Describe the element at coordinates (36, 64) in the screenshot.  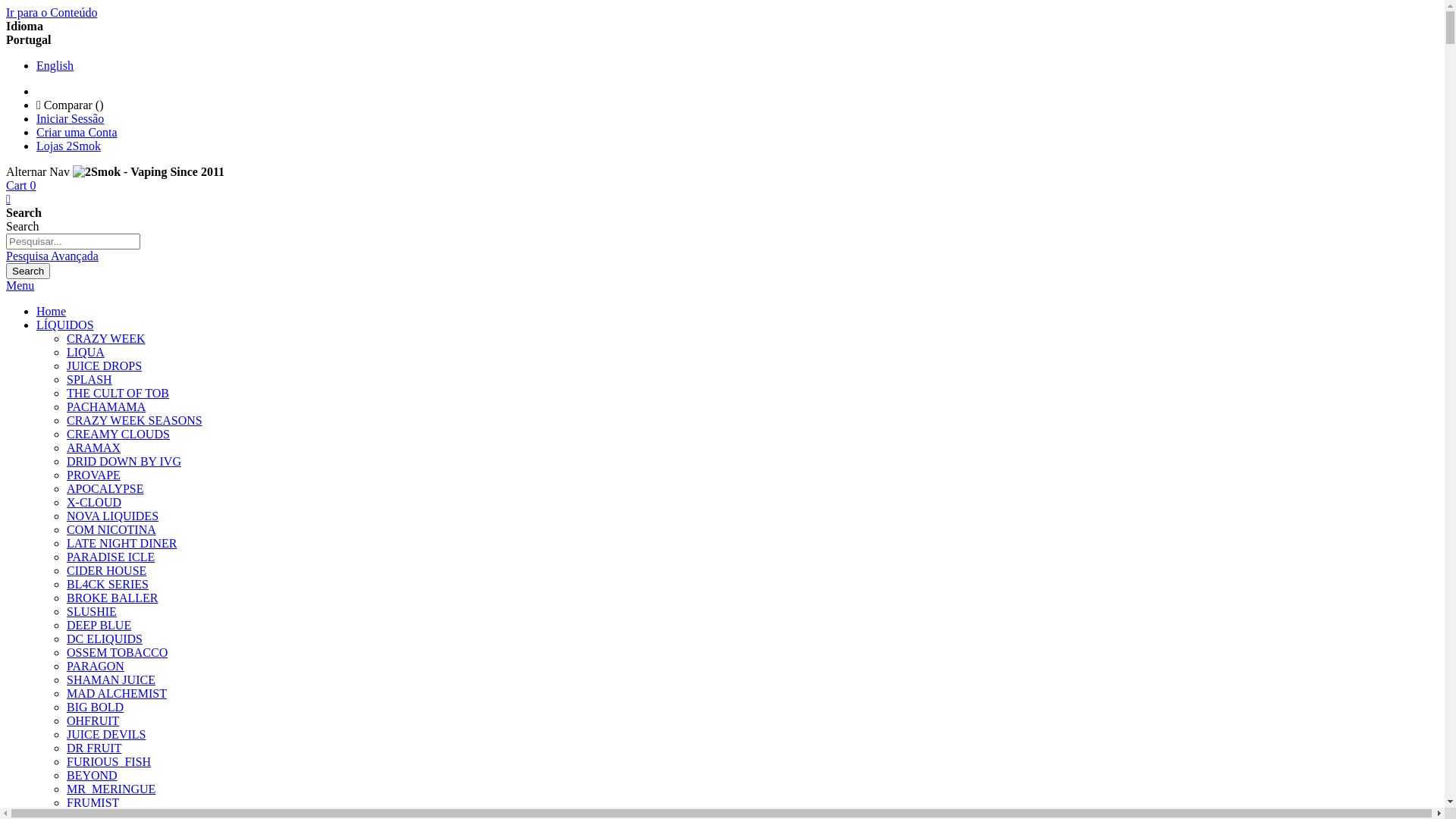
I see `'English'` at that location.